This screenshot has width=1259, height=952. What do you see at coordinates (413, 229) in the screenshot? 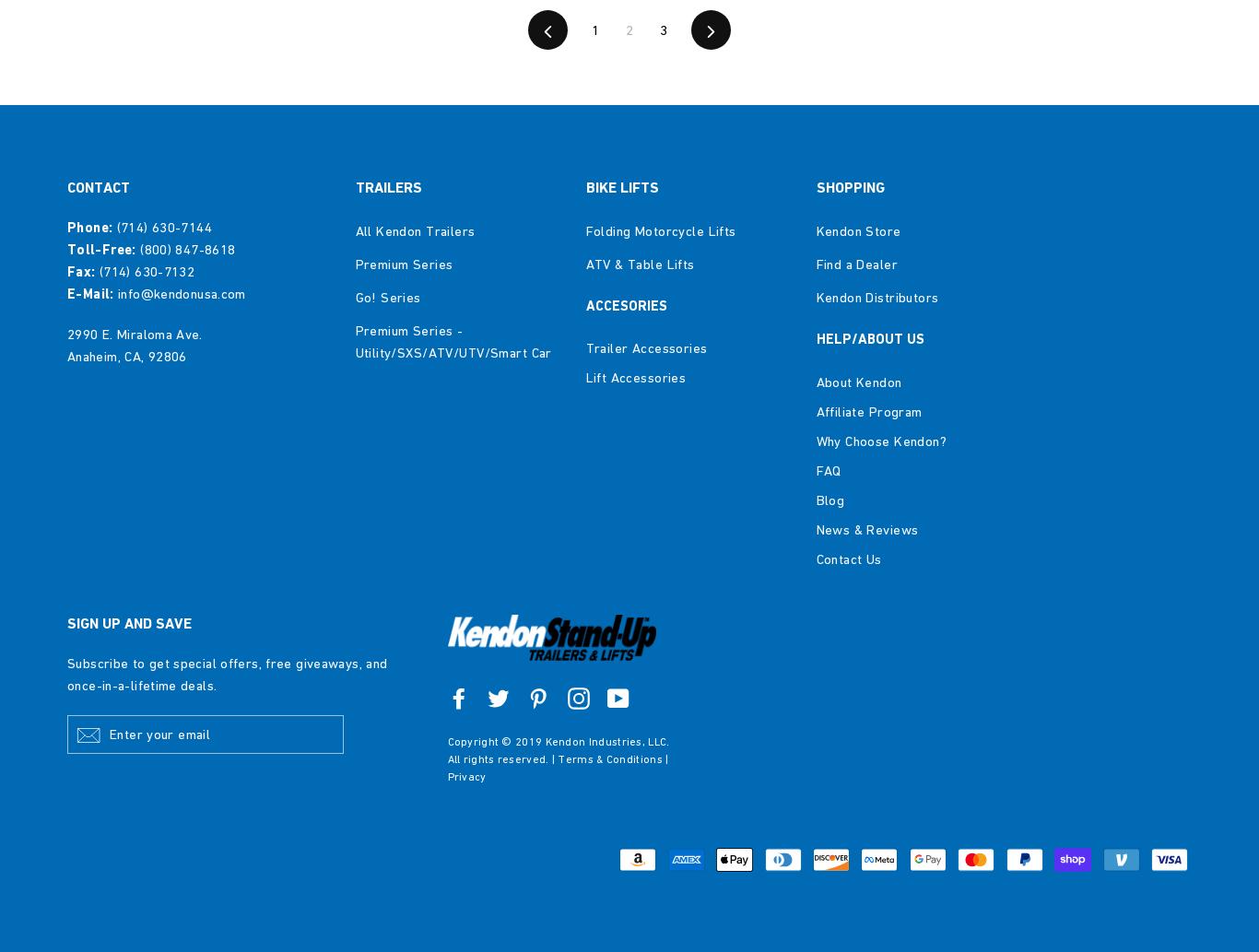
I see `'All Kendon Trailers'` at bounding box center [413, 229].